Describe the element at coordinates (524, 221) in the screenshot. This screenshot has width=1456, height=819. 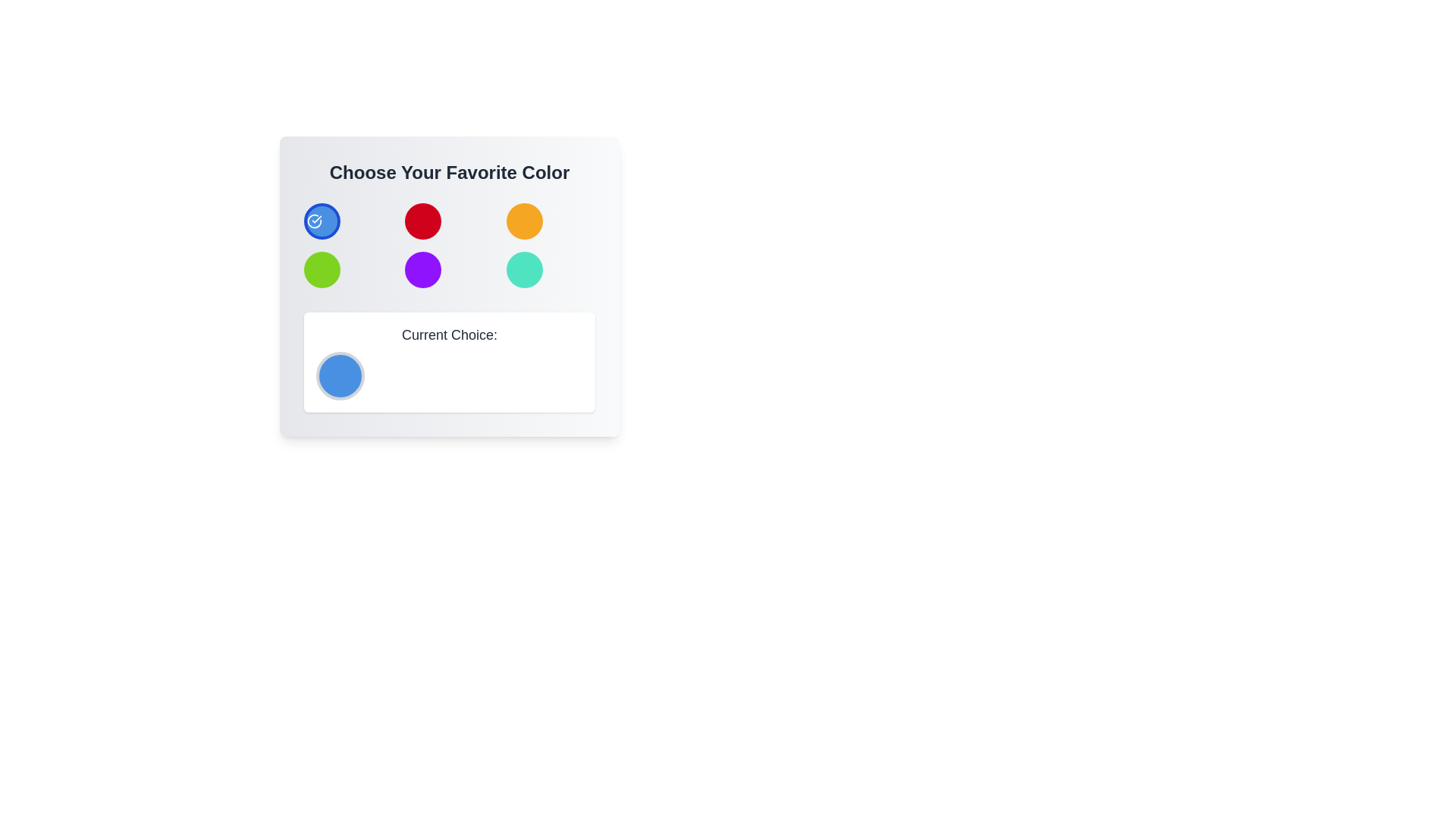
I see `the bright orange circular button in the 'Choose Your Favorite Color' section to enlarge it` at that location.